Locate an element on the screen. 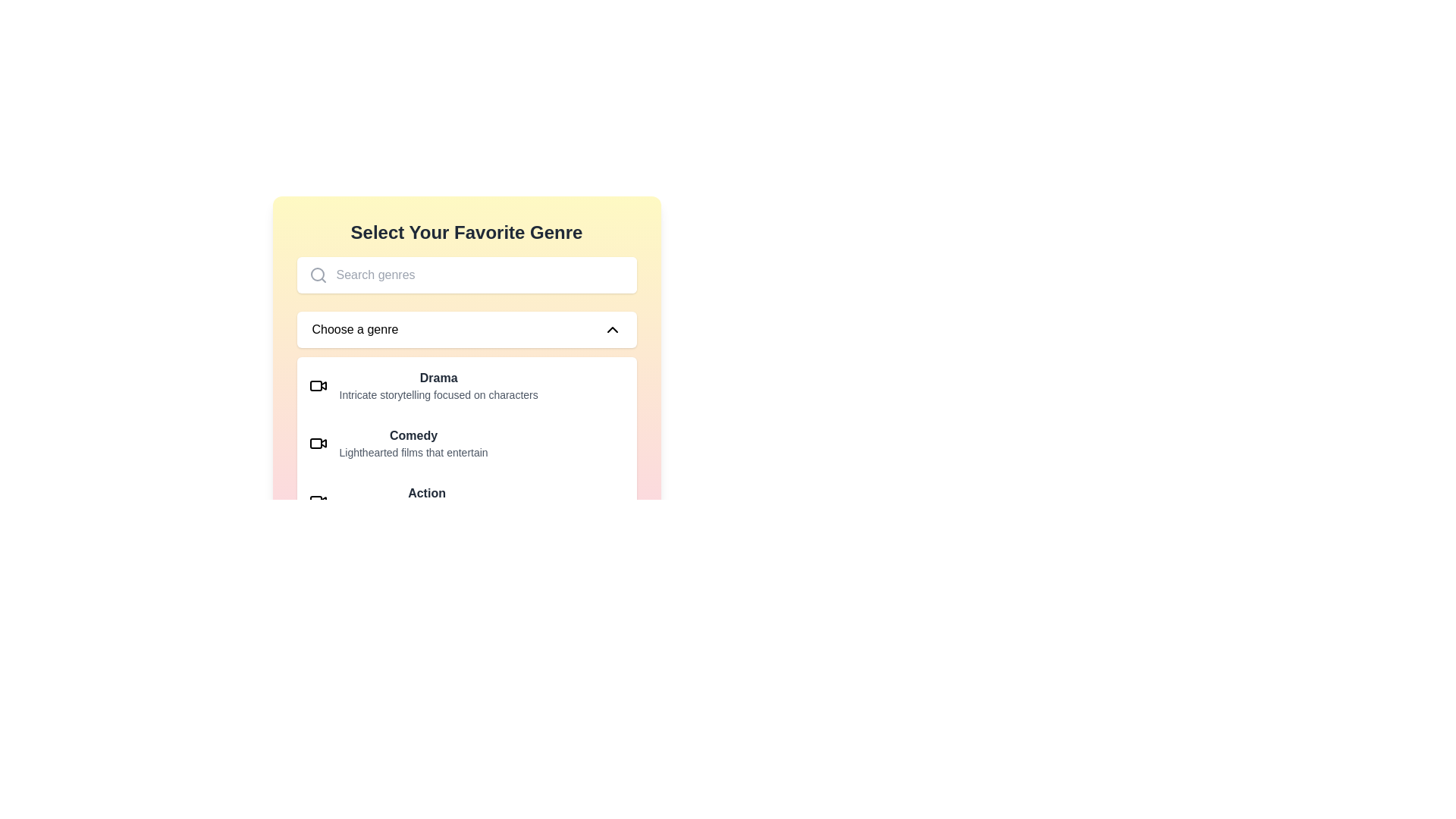 This screenshot has height=819, width=1456. descriptive text label for the genre category 'Drama', which provides users insight into the genre is located at coordinates (438, 394).